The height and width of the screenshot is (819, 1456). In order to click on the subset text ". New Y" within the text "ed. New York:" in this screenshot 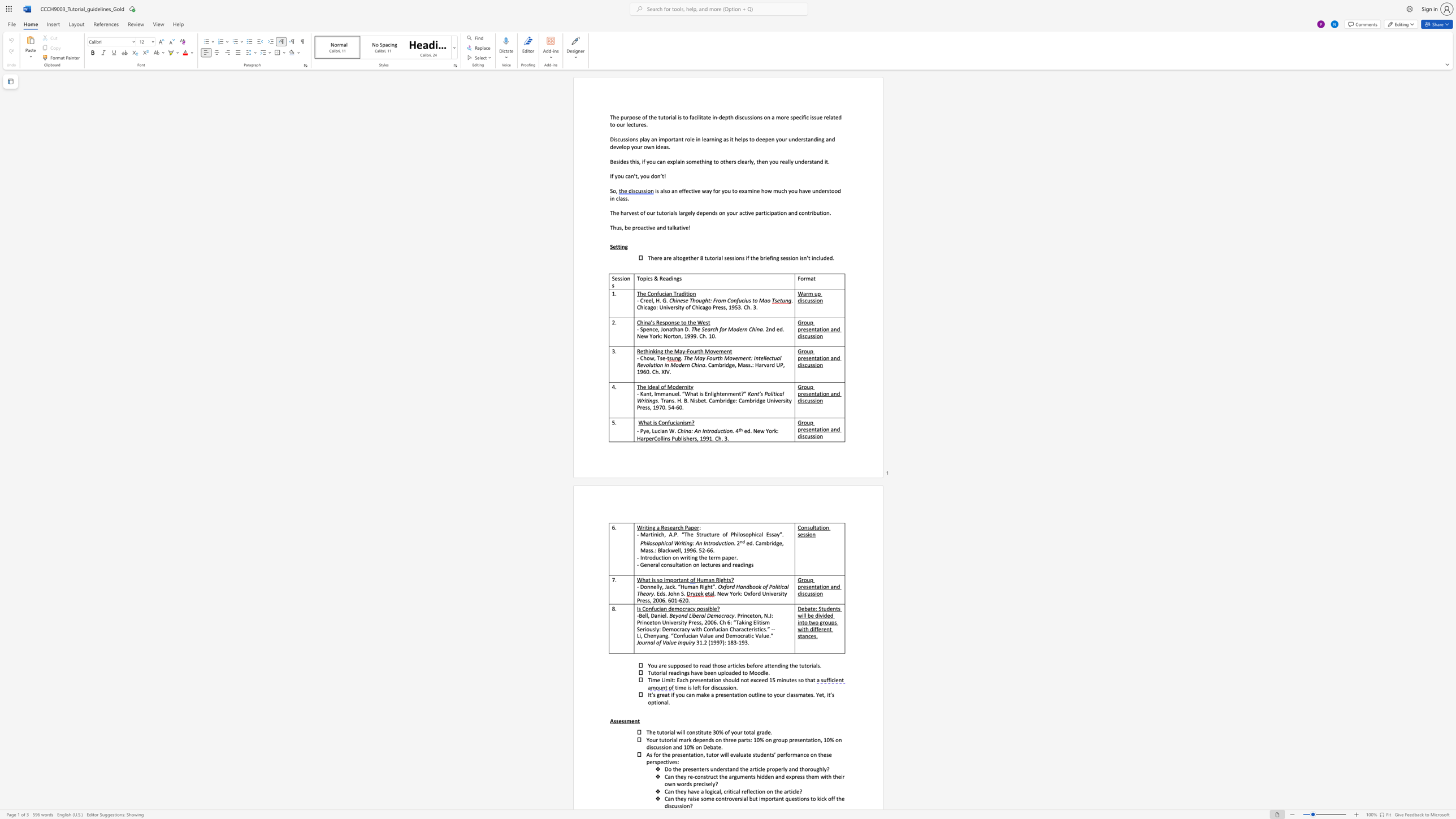, I will do `click(750, 431)`.